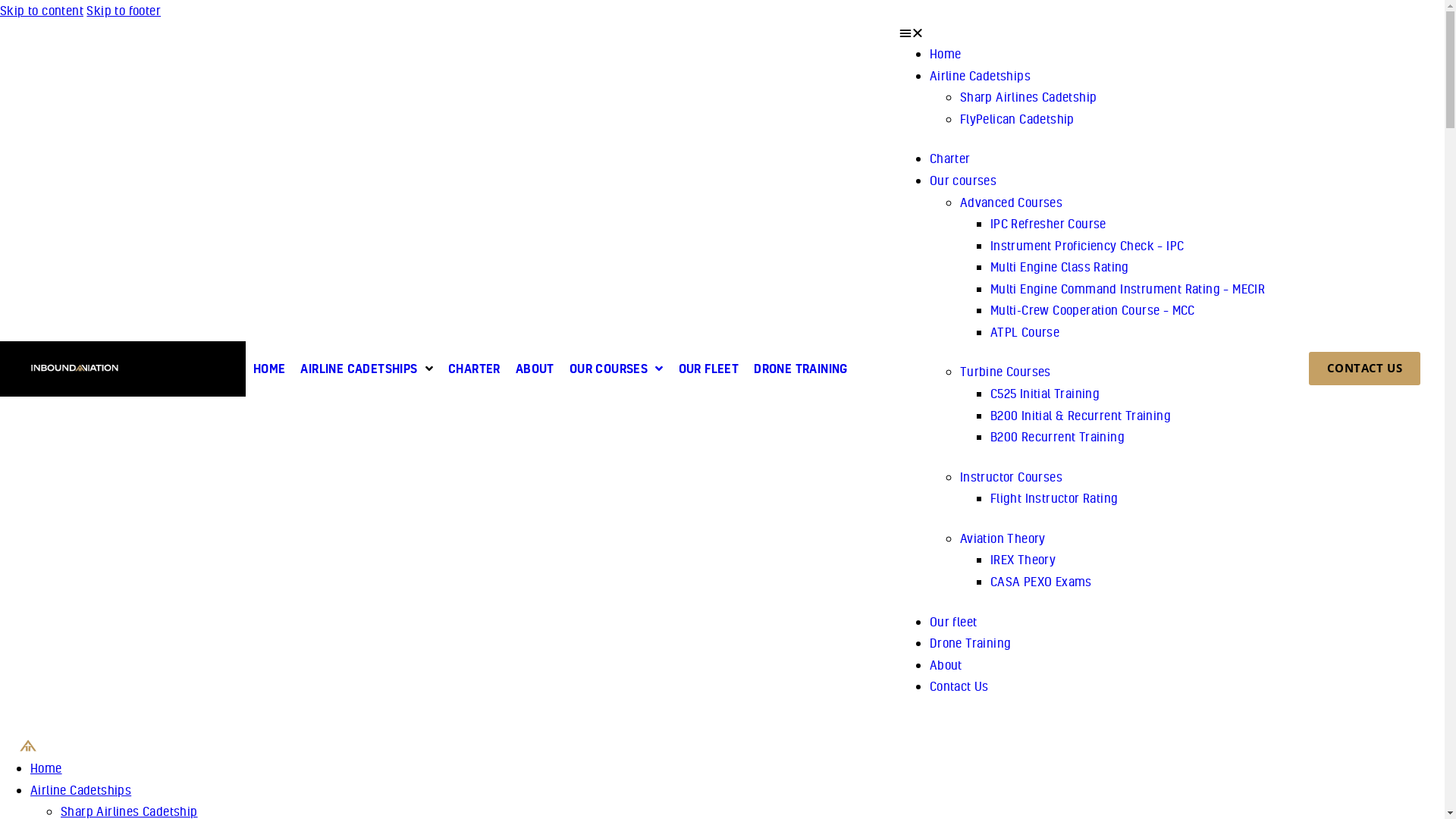 The image size is (1456, 819). I want to click on 'Flight Instructor Rating', so click(1053, 497).